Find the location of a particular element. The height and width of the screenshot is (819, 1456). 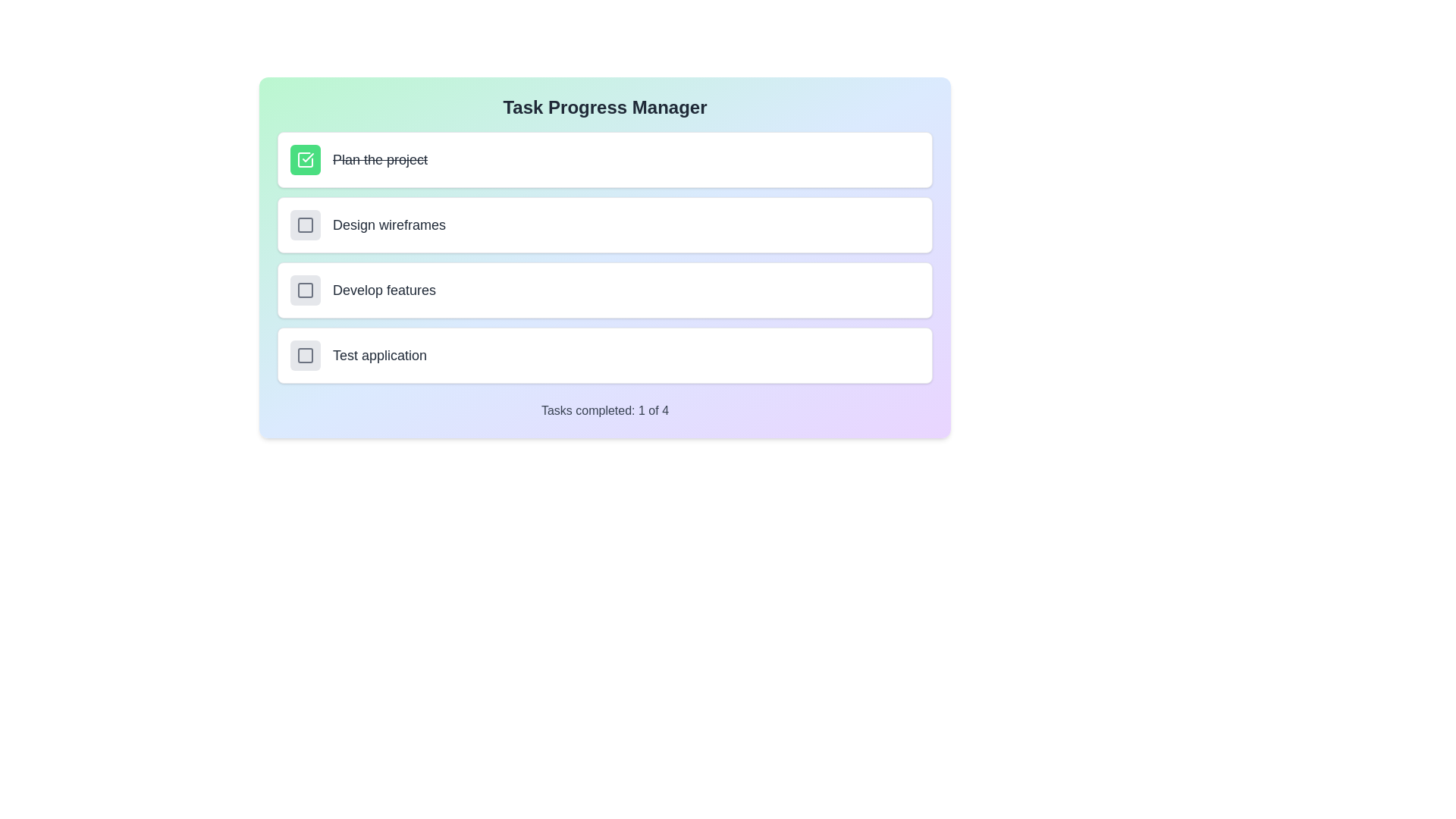

the checkbox in the third list item component labeled 'Develop features' to mark the task as complete is located at coordinates (604, 290).